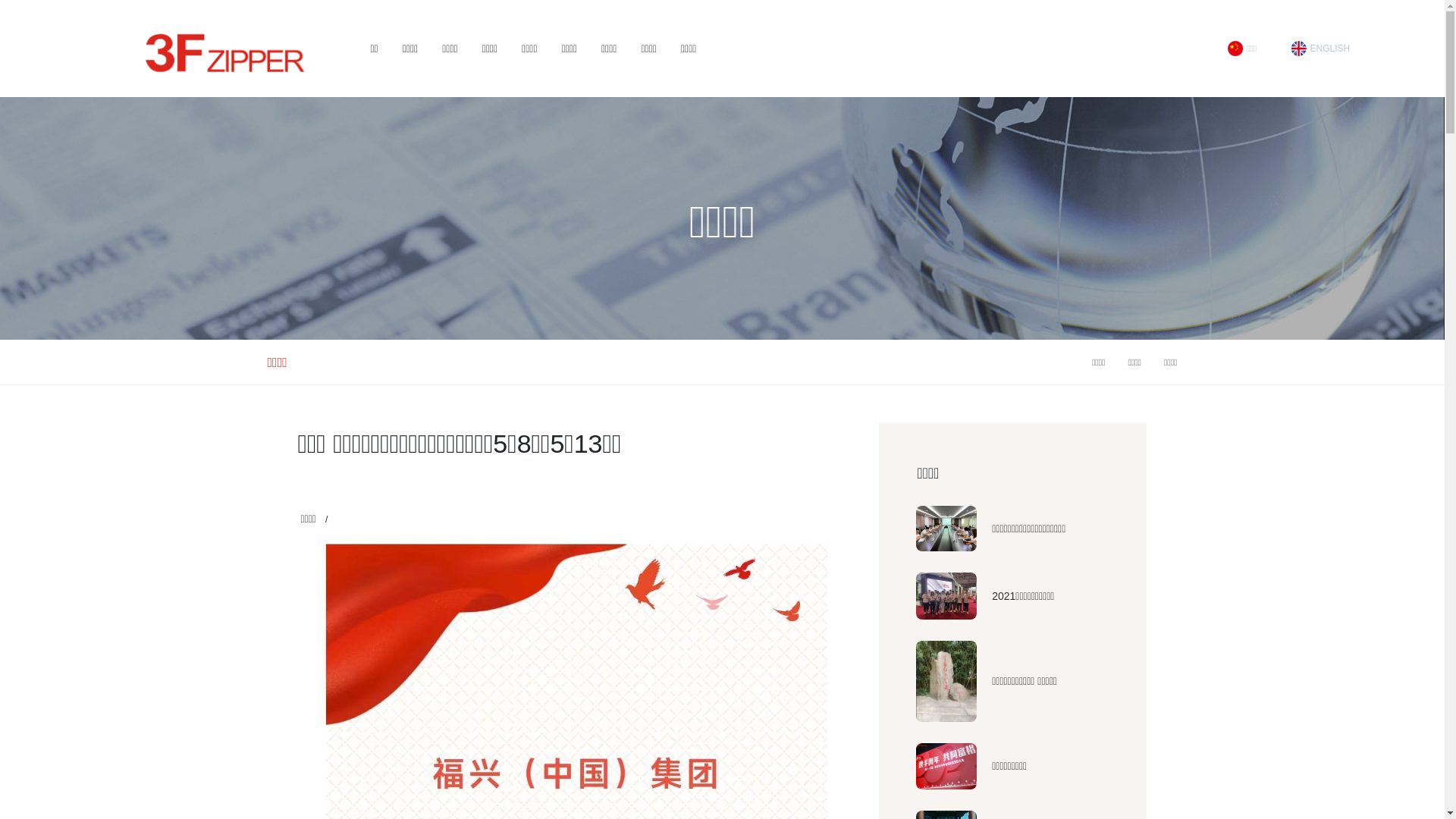 This screenshot has height=819, width=1456. I want to click on 'ENGLISH', so click(1320, 48).